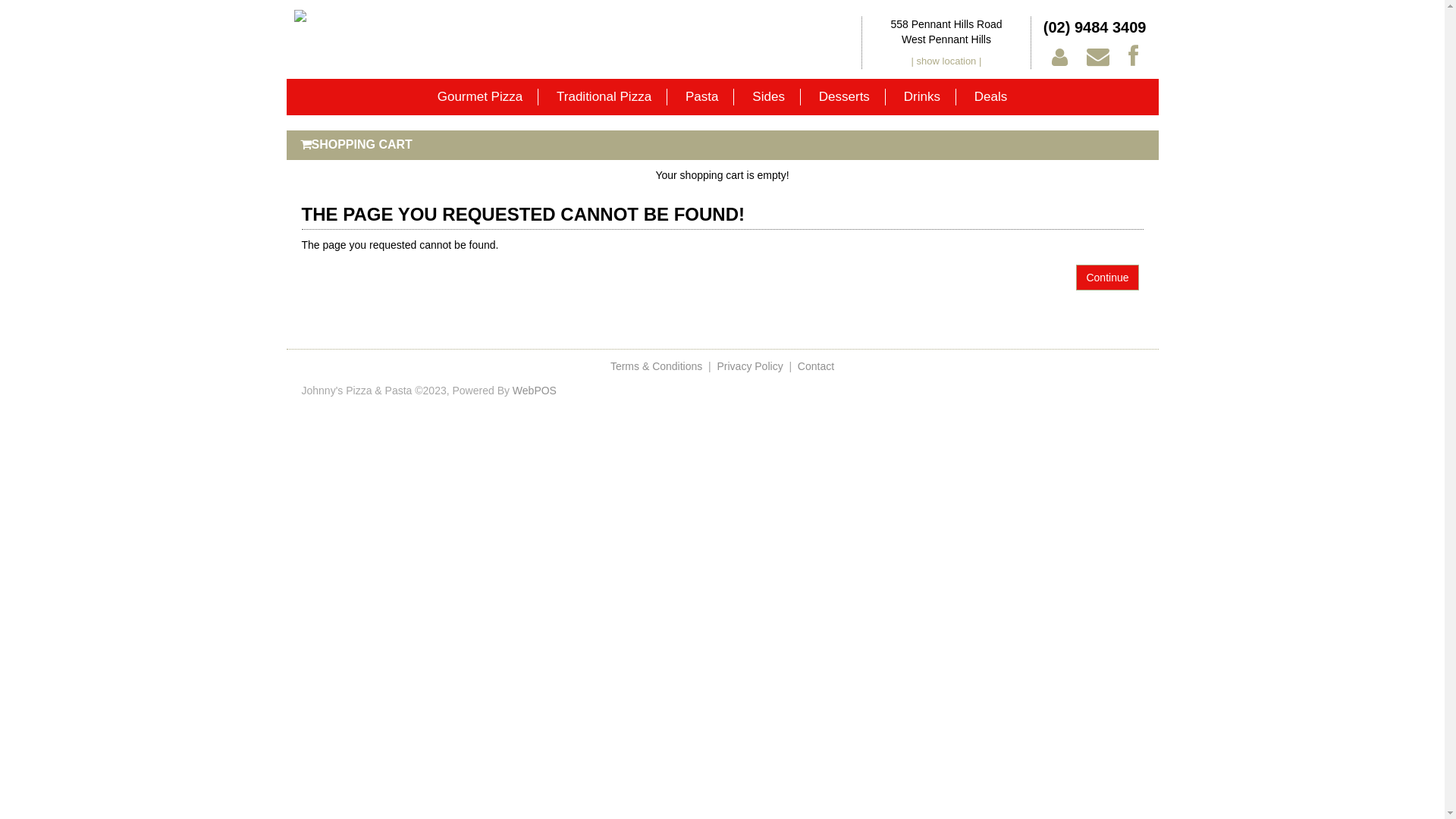  I want to click on 'Privacy Policy', so click(750, 366).